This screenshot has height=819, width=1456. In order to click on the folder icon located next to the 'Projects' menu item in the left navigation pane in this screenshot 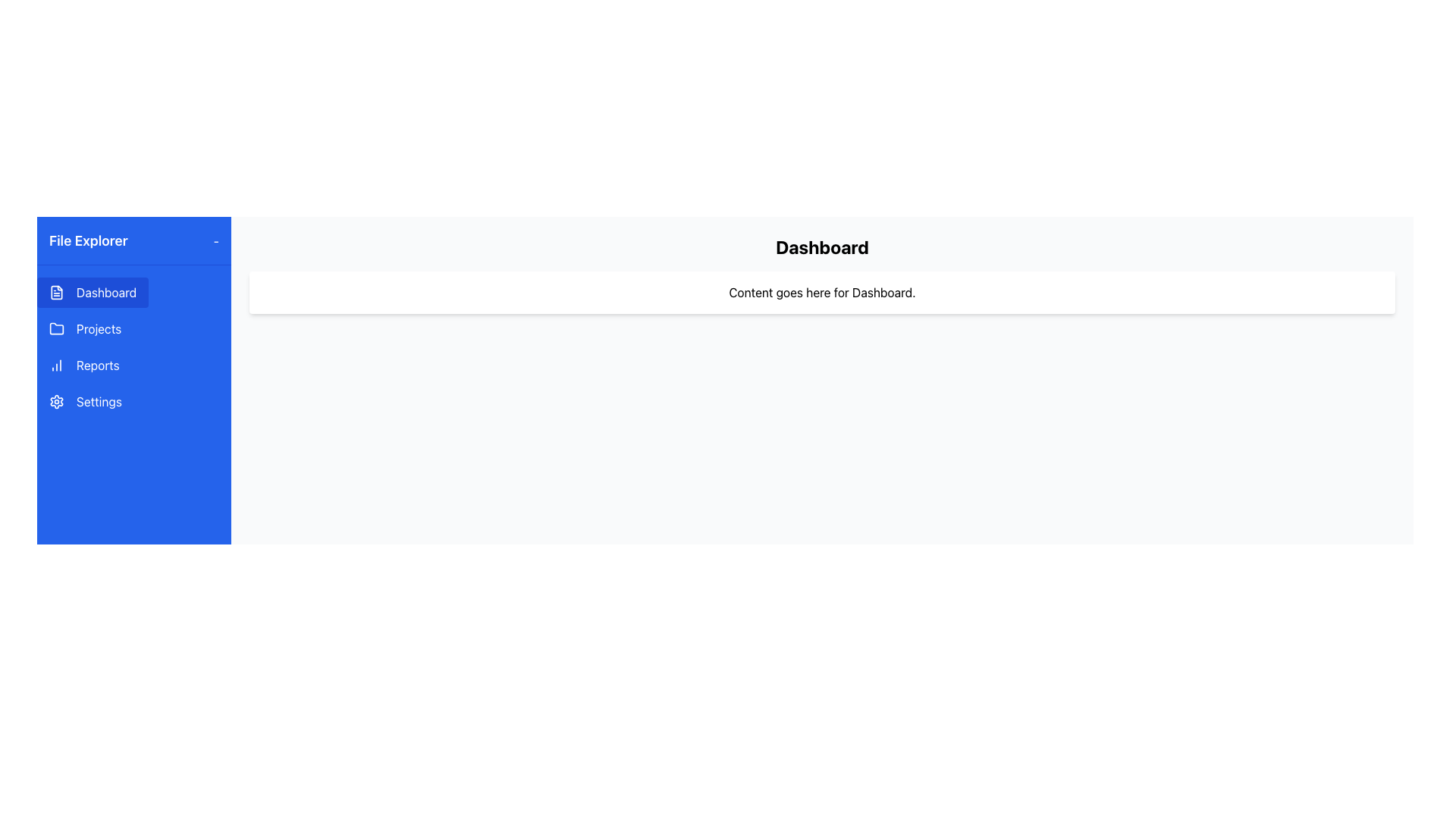, I will do `click(57, 327)`.